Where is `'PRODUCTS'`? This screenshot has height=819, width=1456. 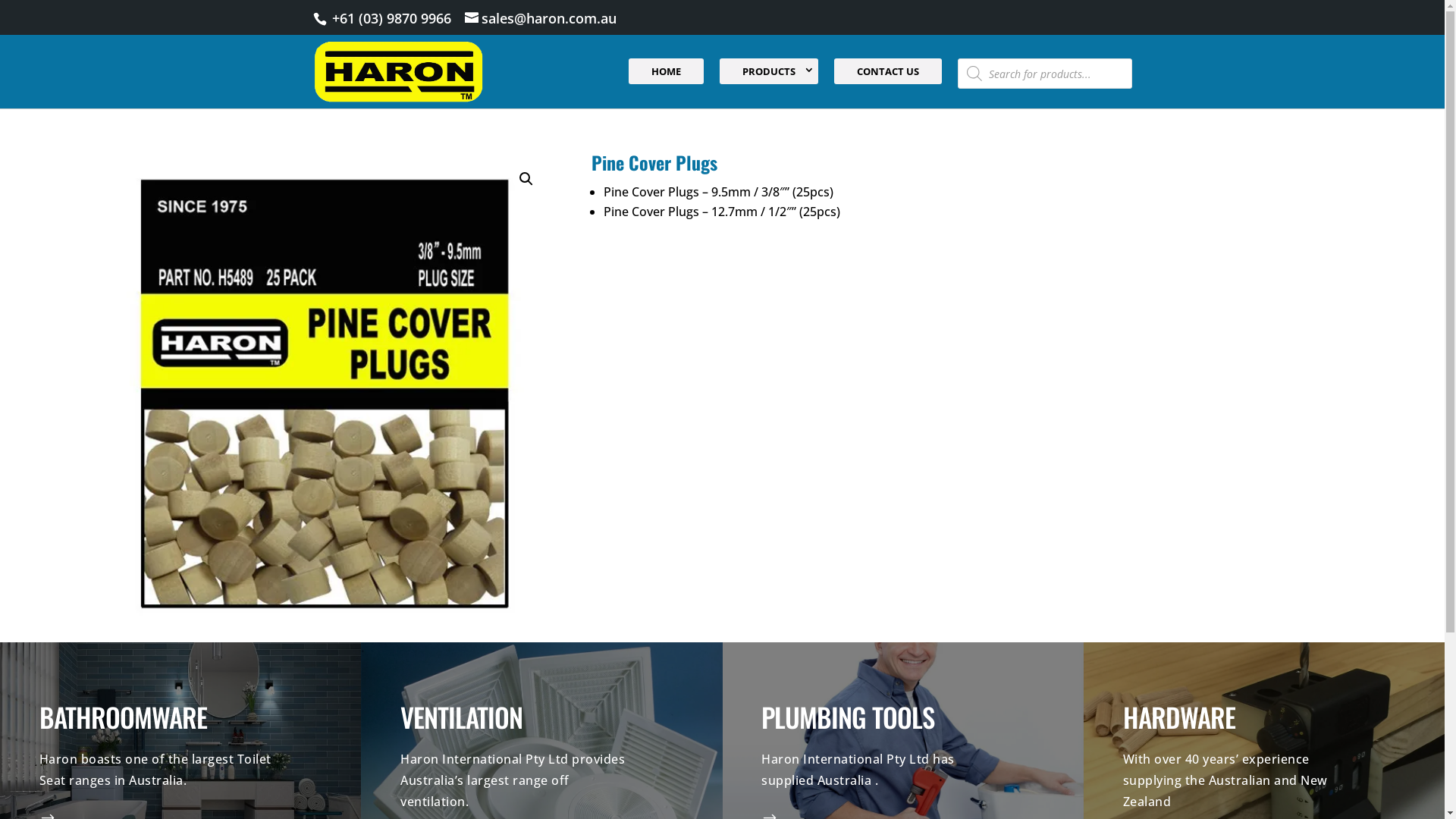
'PRODUCTS' is located at coordinates (768, 71).